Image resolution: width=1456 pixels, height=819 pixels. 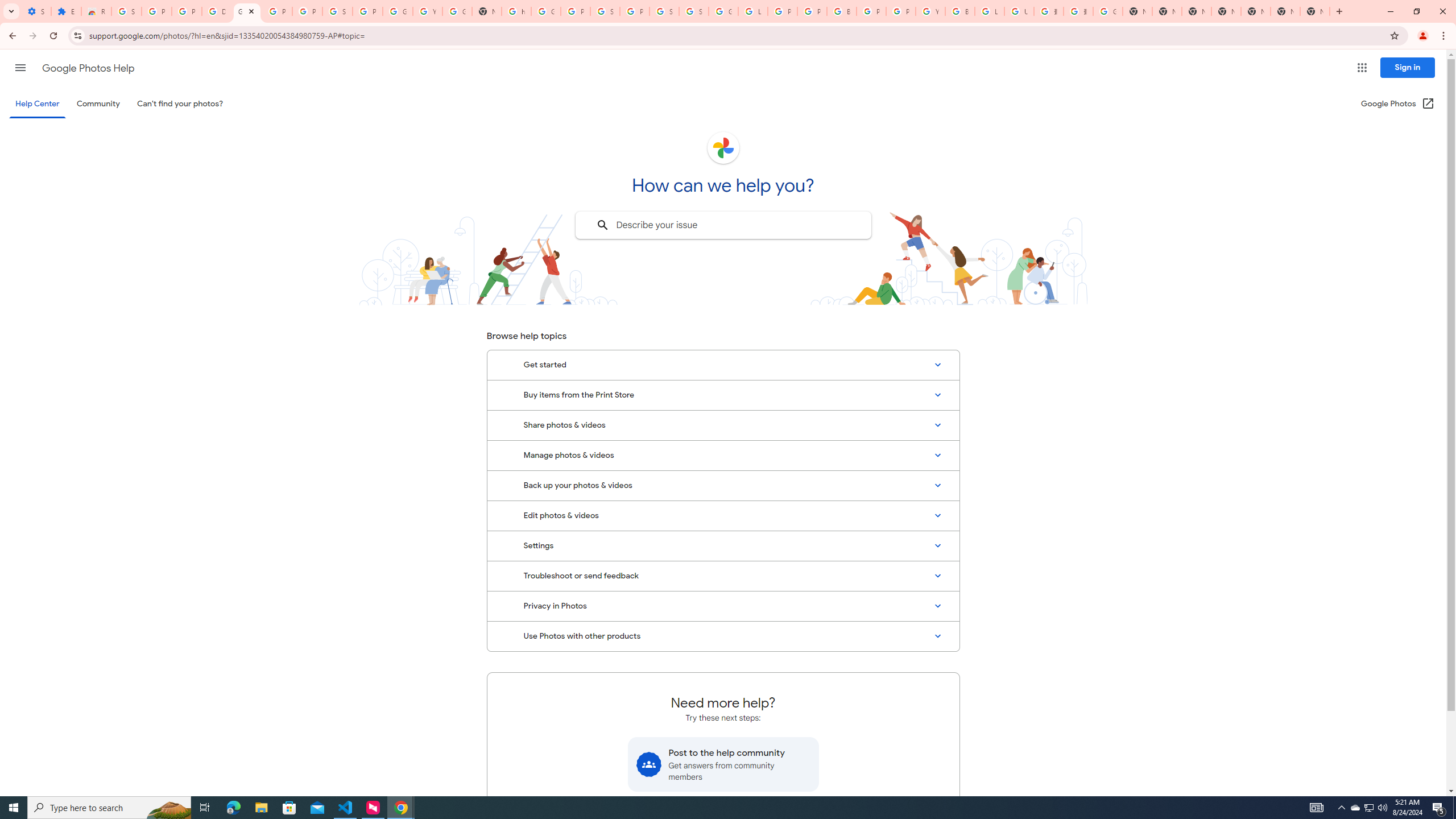 I want to click on 'Back up your photos & videos', so click(x=723, y=485).